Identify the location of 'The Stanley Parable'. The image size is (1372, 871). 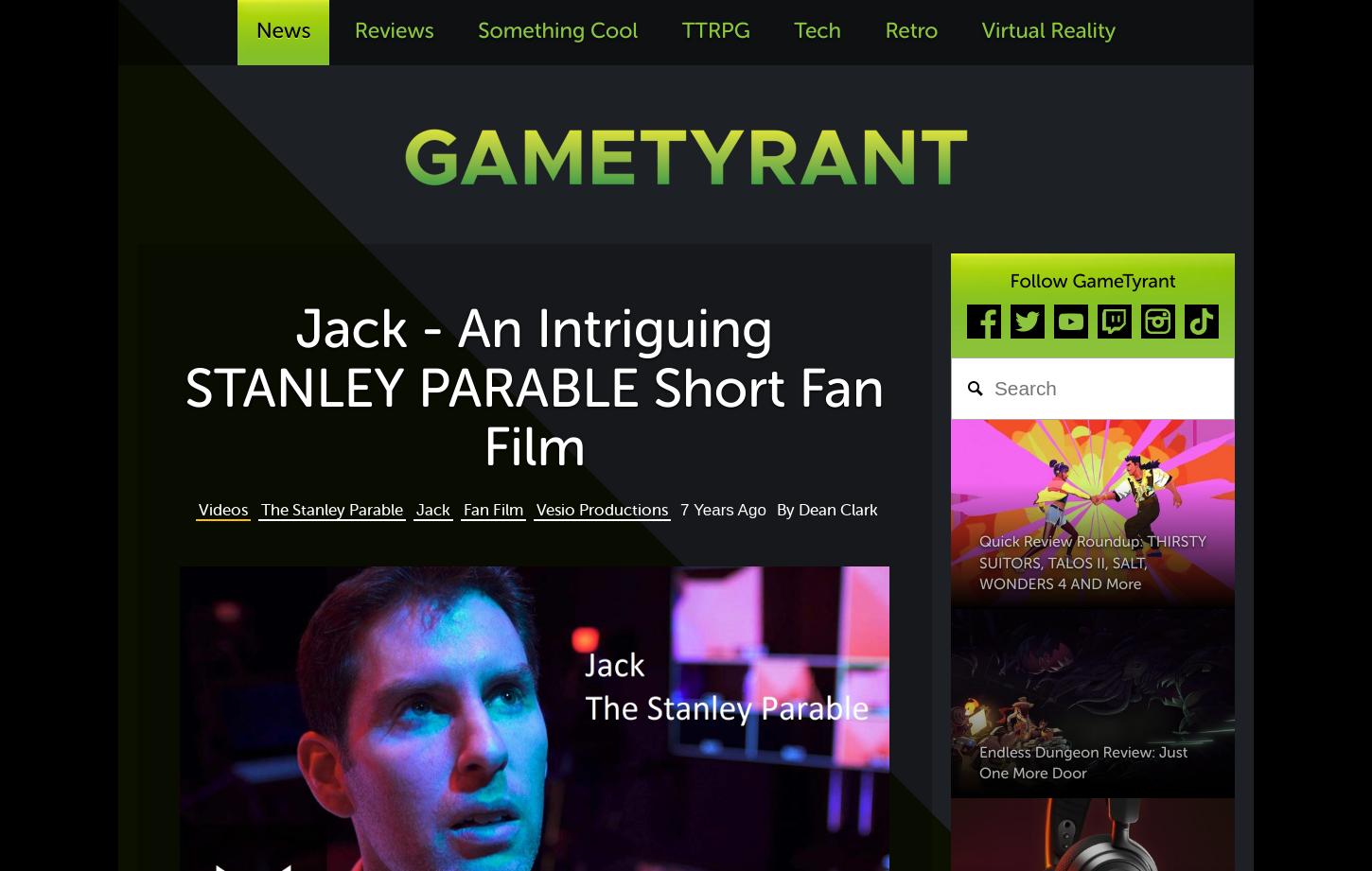
(332, 509).